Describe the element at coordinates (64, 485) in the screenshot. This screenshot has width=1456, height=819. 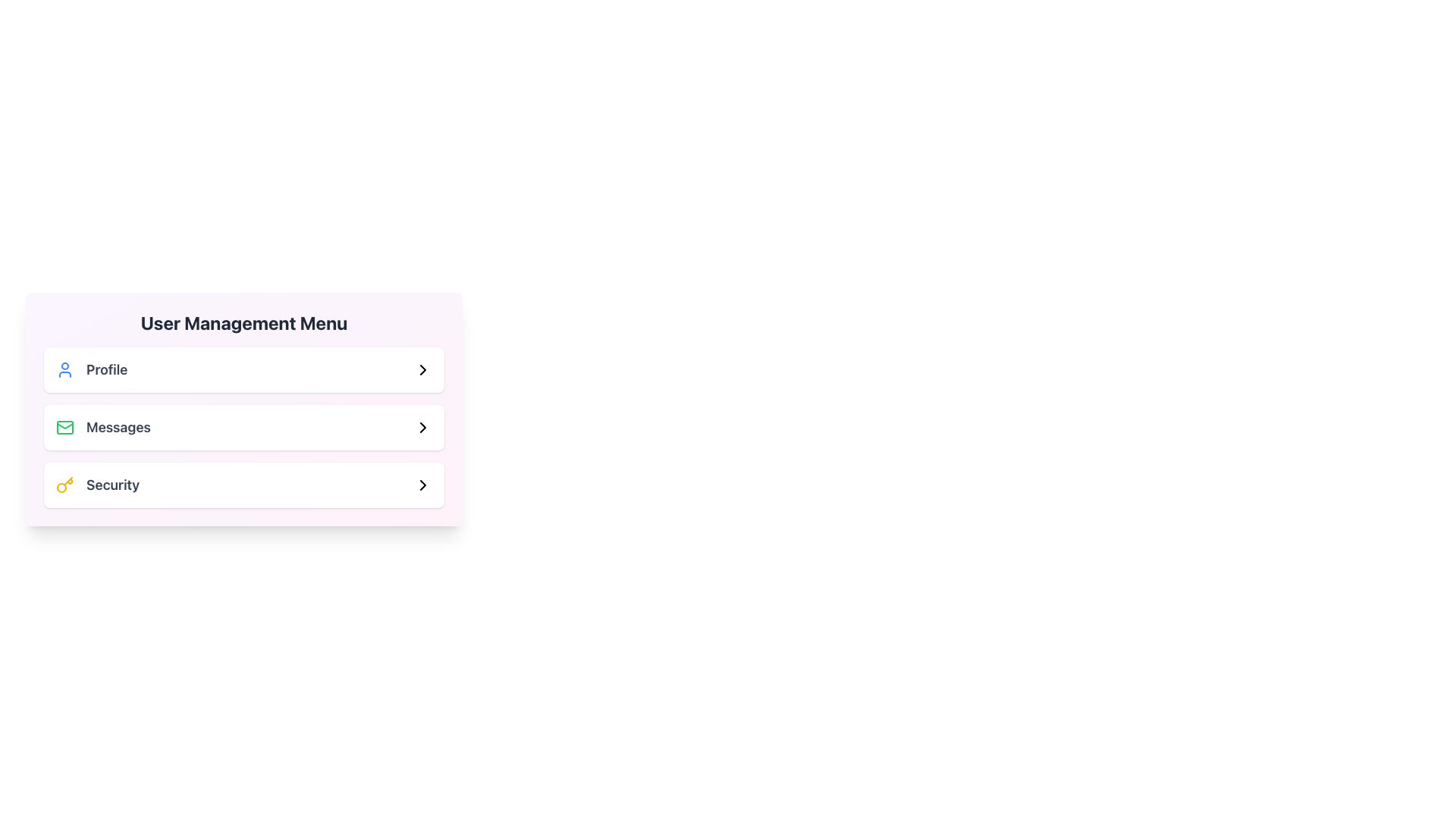
I see `the yellow key icon located to the left of the 'Security' text label in the user management menu` at that location.